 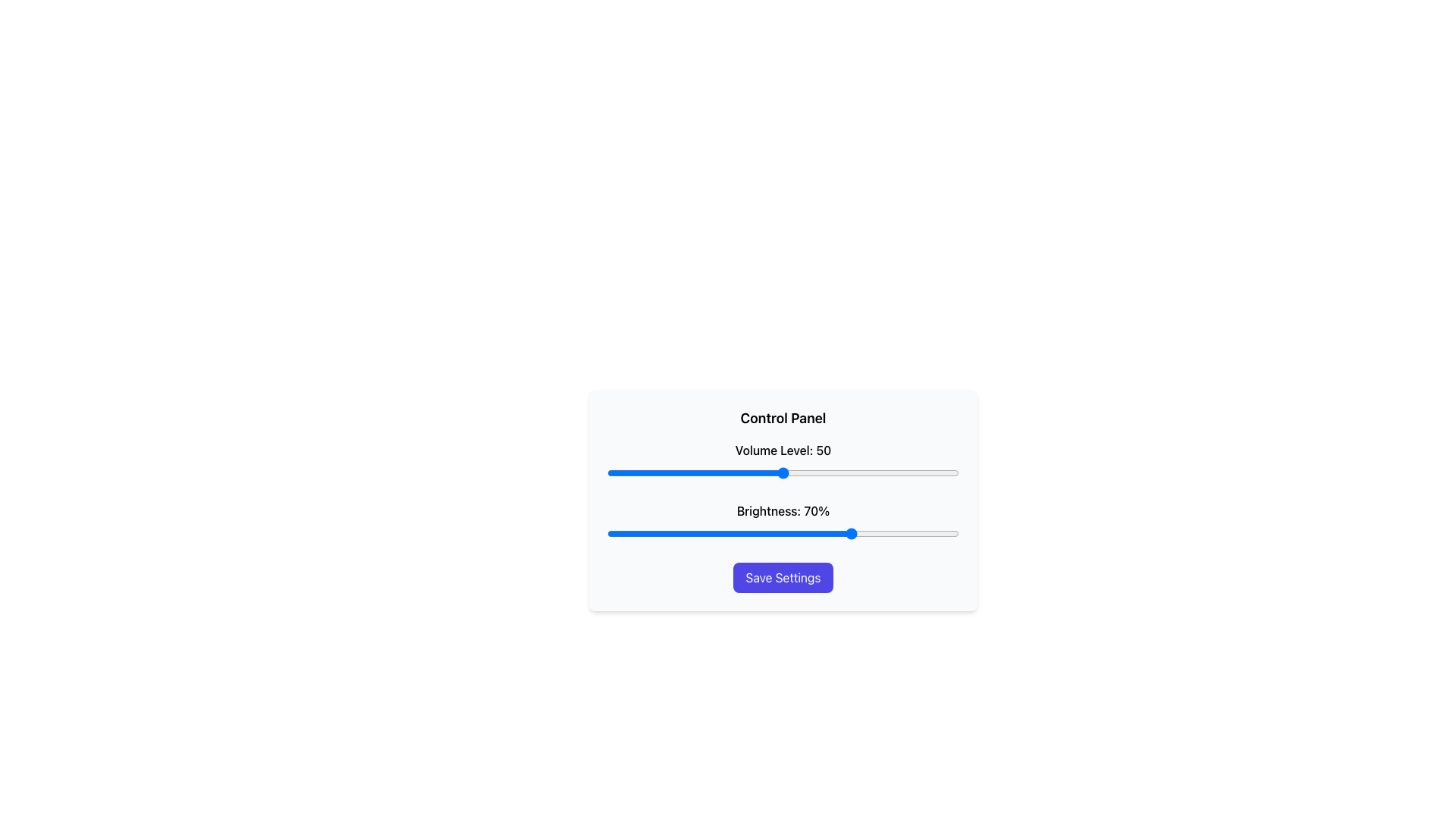 I want to click on brightness level, so click(x=649, y=533).